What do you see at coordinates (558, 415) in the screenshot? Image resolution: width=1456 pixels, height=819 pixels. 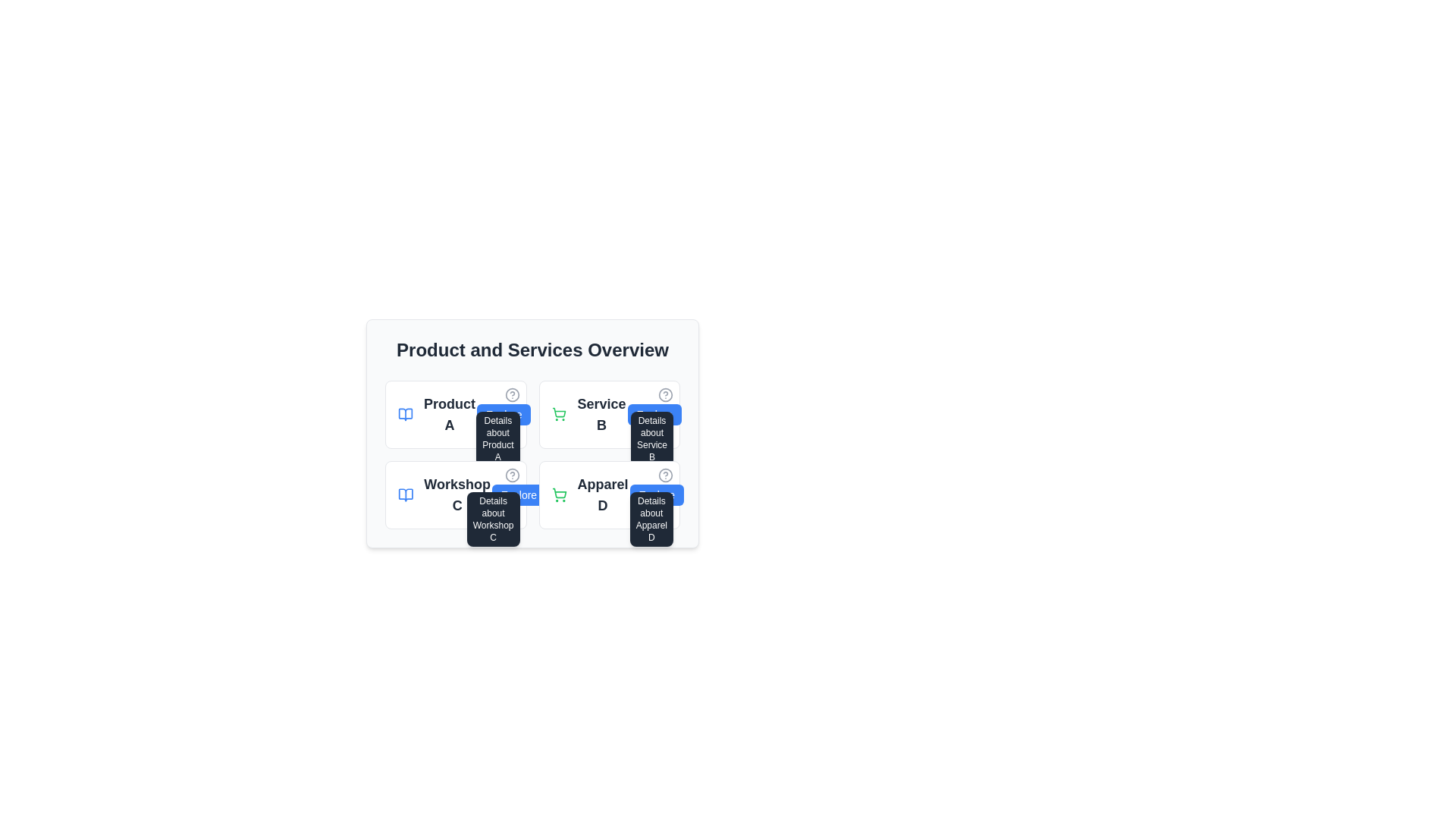 I see `the green shopping cart icon located in the top-right section of the 'Service B' card to initiate an action` at bounding box center [558, 415].